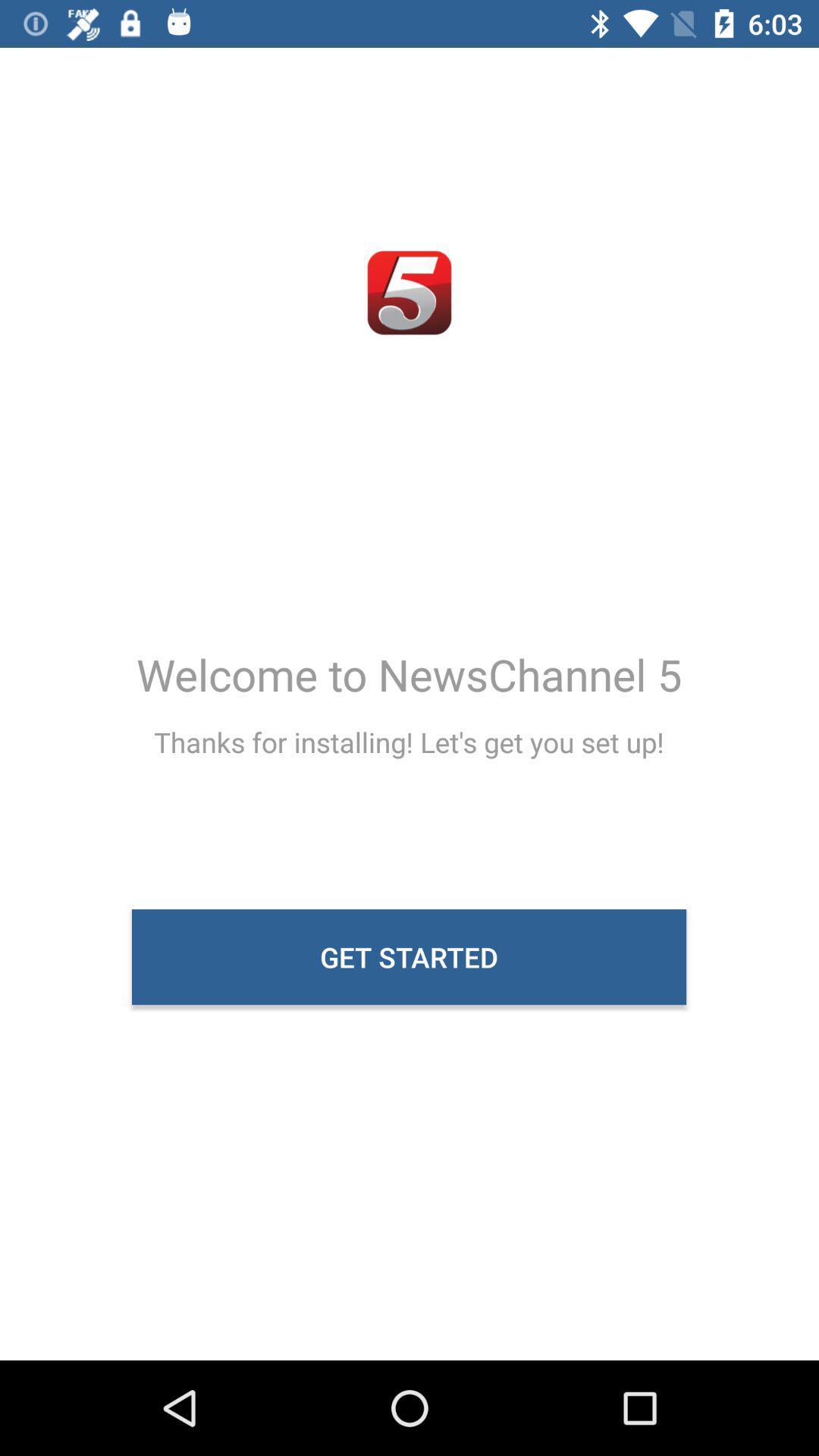  Describe the element at coordinates (408, 956) in the screenshot. I see `get started item` at that location.